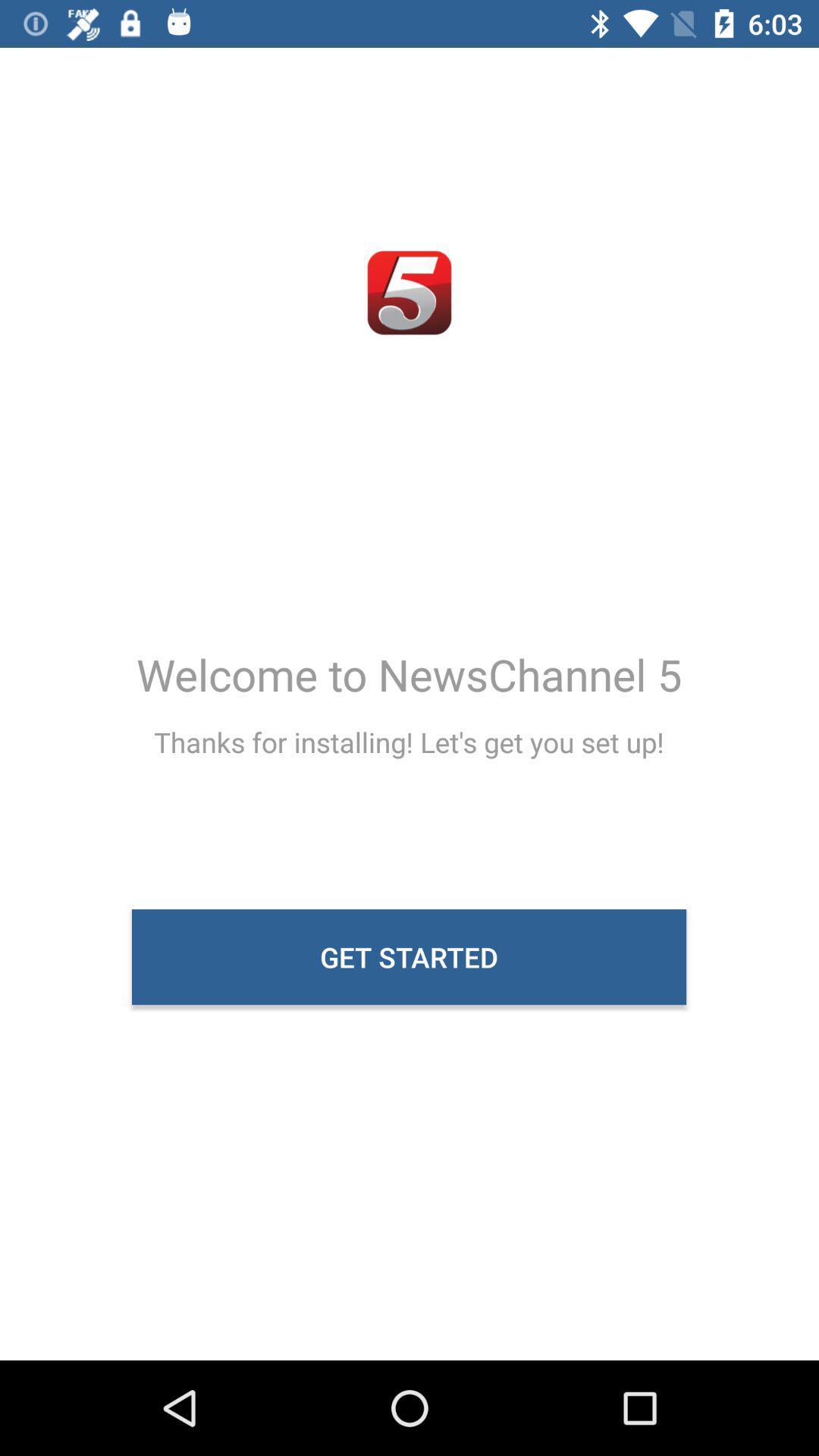  Describe the element at coordinates (408, 956) in the screenshot. I see `get started item` at that location.